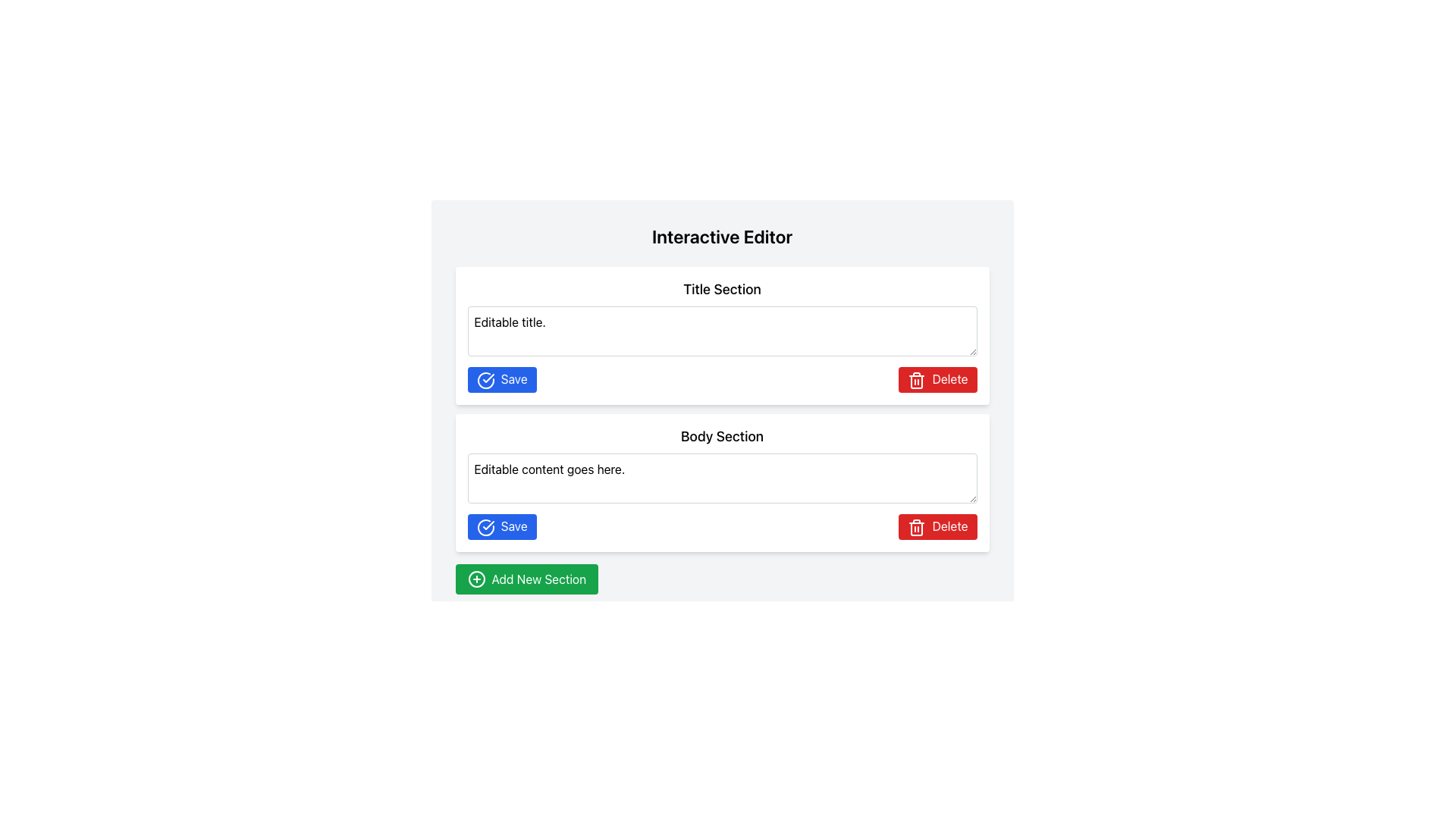 The image size is (1456, 819). Describe the element at coordinates (475, 579) in the screenshot. I see `the circular graphical element that is part of the 'Add New Section' button, which has a green background and is located near the bottom left of the interface` at that location.